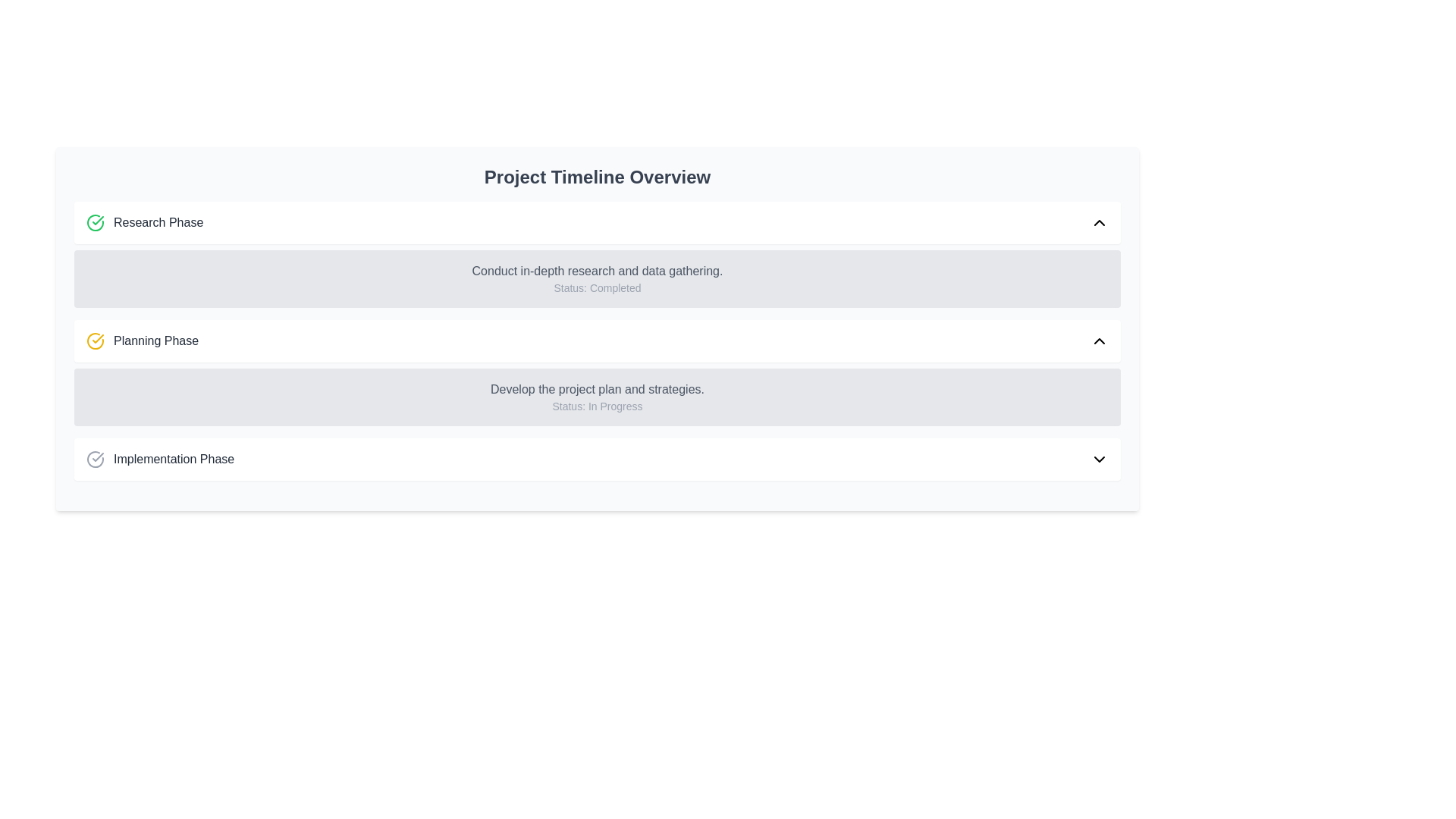  Describe the element at coordinates (145, 222) in the screenshot. I see `the 'Research Phase' label in the 'Project Timeline Overview' section, which indicates the current or completed phase of the project timeline` at that location.